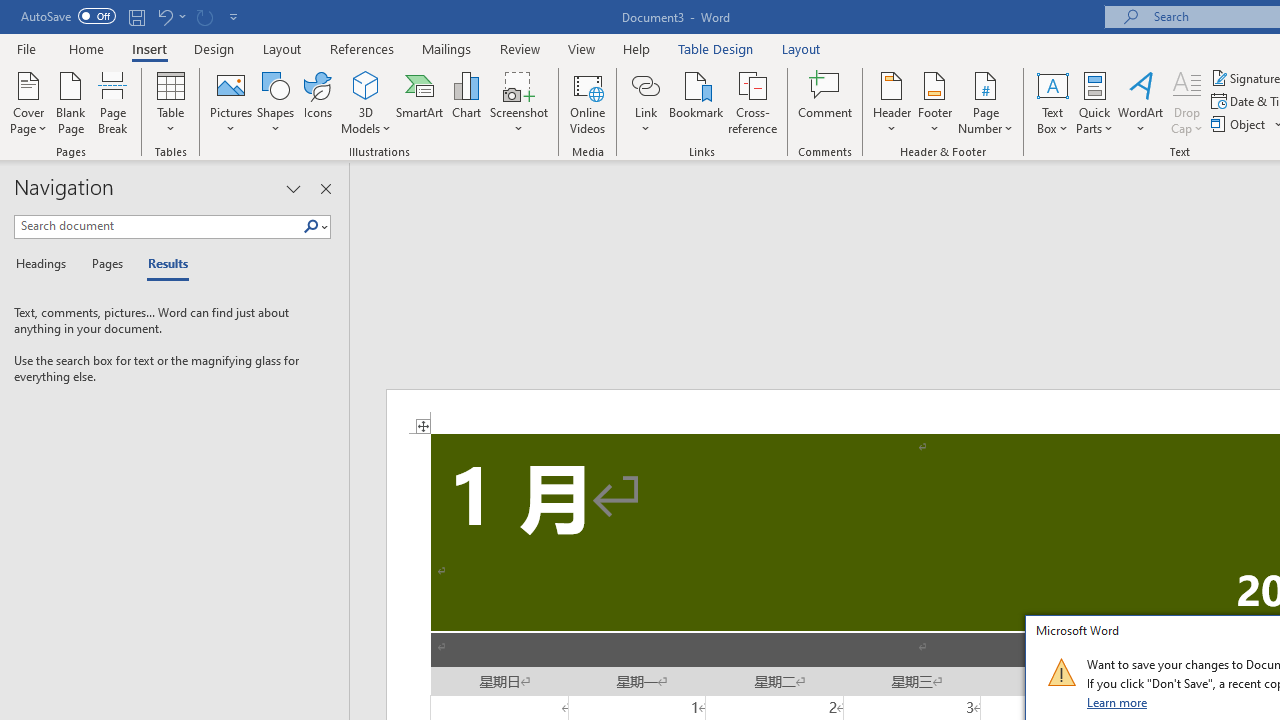  I want to click on 'Text Box', so click(1051, 103).